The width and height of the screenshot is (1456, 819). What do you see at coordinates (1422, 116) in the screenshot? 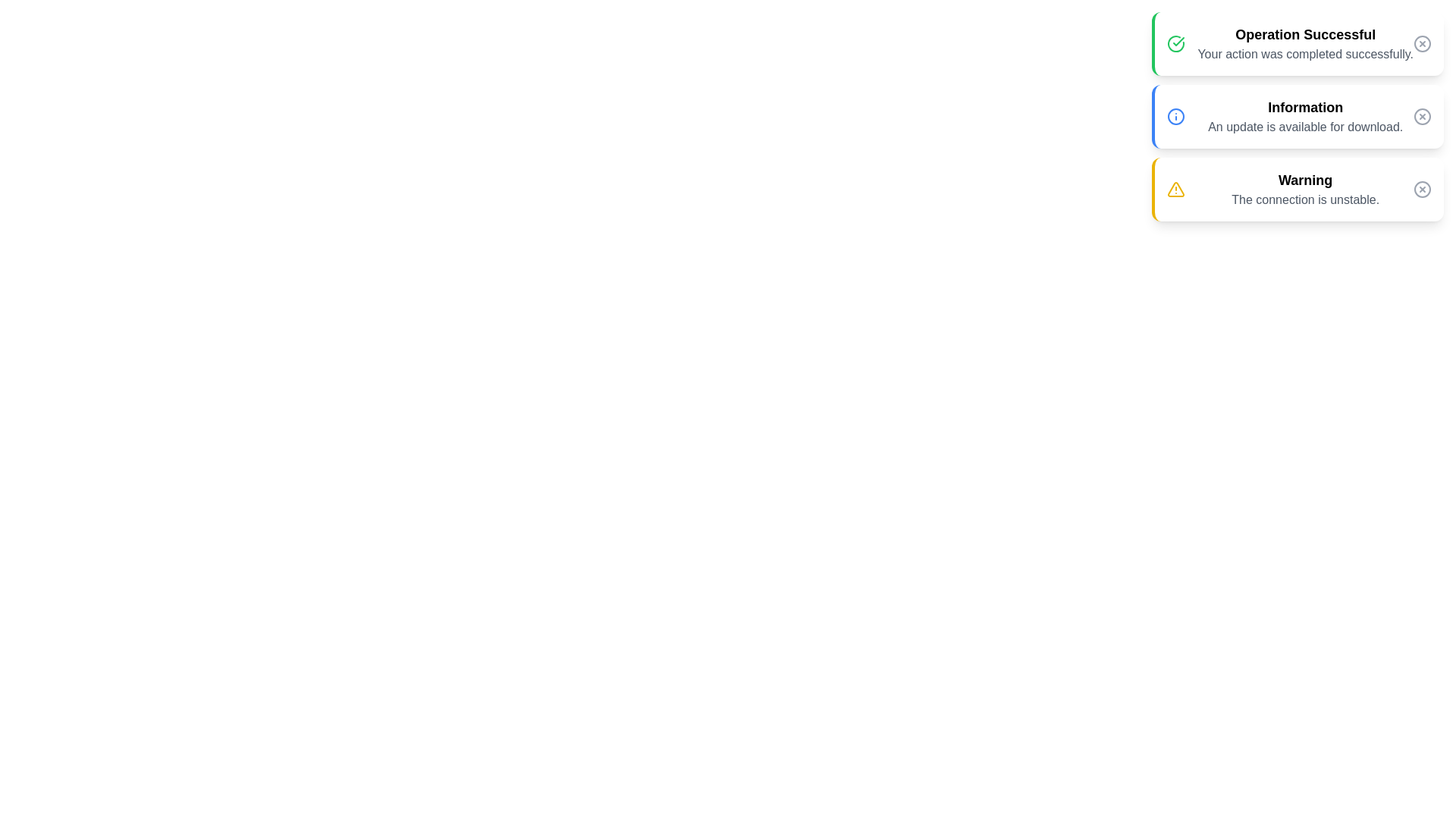
I see `dismiss button for the notification with title Information` at bounding box center [1422, 116].